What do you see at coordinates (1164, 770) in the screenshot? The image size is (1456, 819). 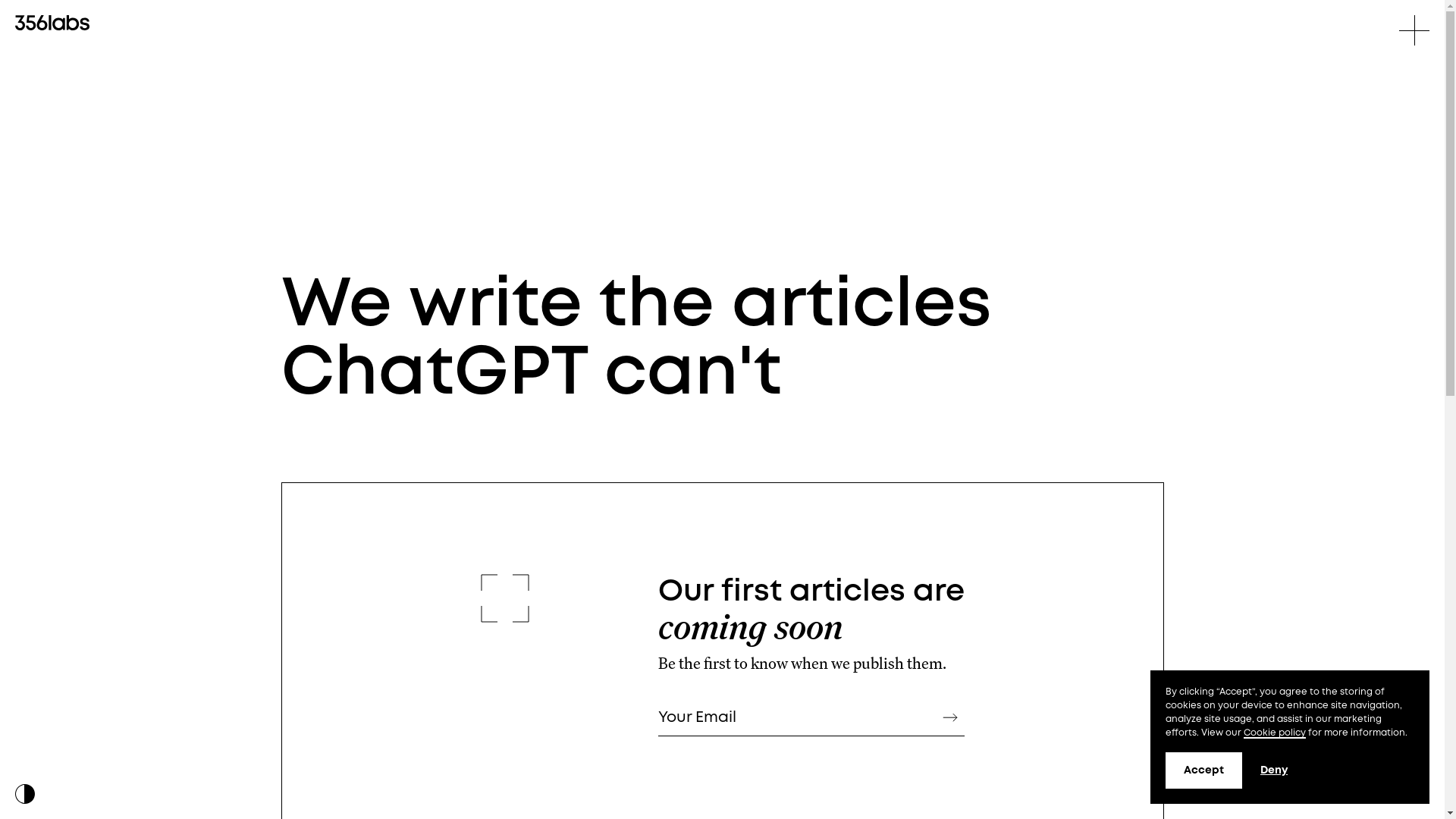 I see `'Accept'` at bounding box center [1164, 770].